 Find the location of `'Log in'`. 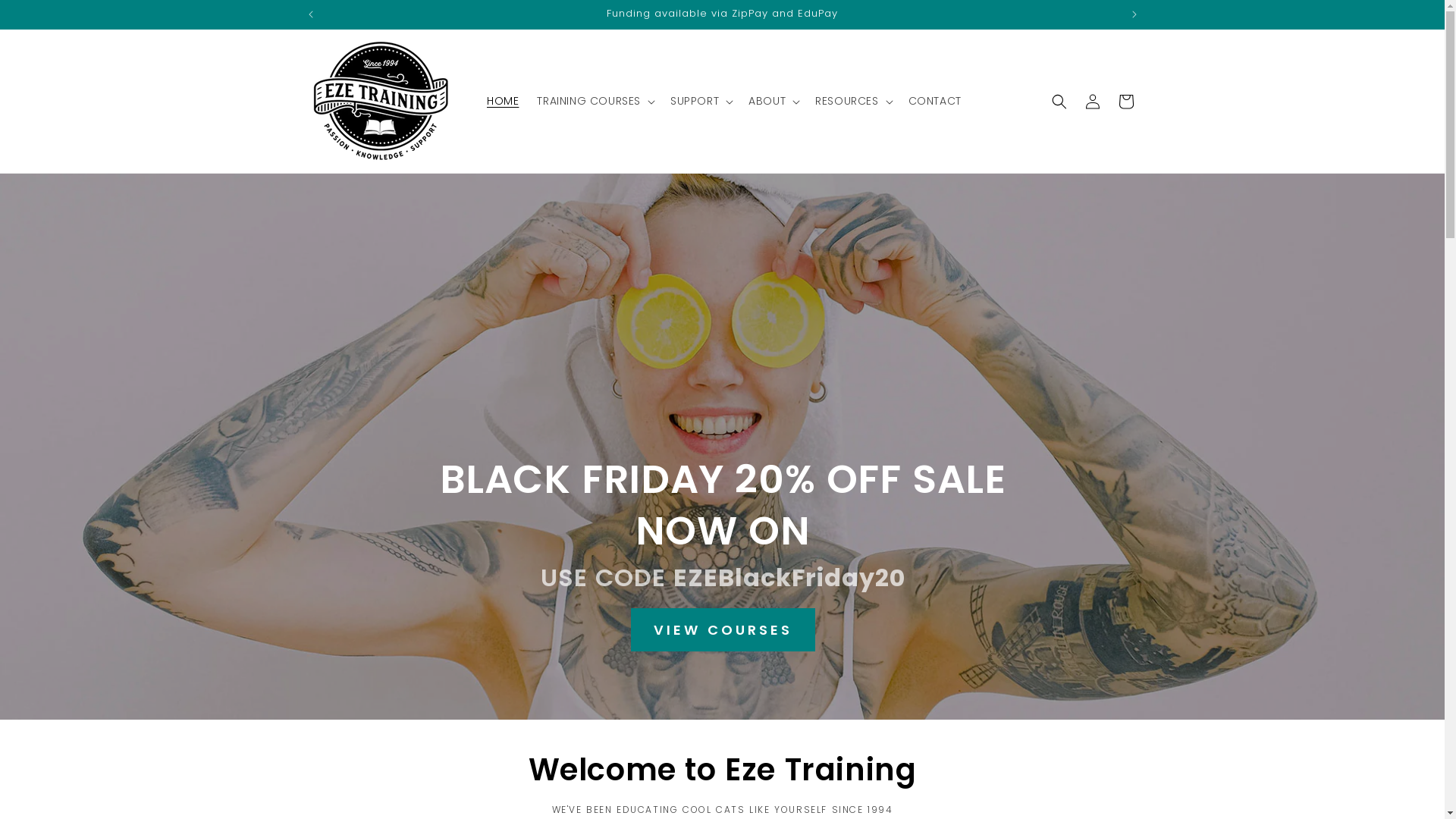

'Log in' is located at coordinates (1074, 102).